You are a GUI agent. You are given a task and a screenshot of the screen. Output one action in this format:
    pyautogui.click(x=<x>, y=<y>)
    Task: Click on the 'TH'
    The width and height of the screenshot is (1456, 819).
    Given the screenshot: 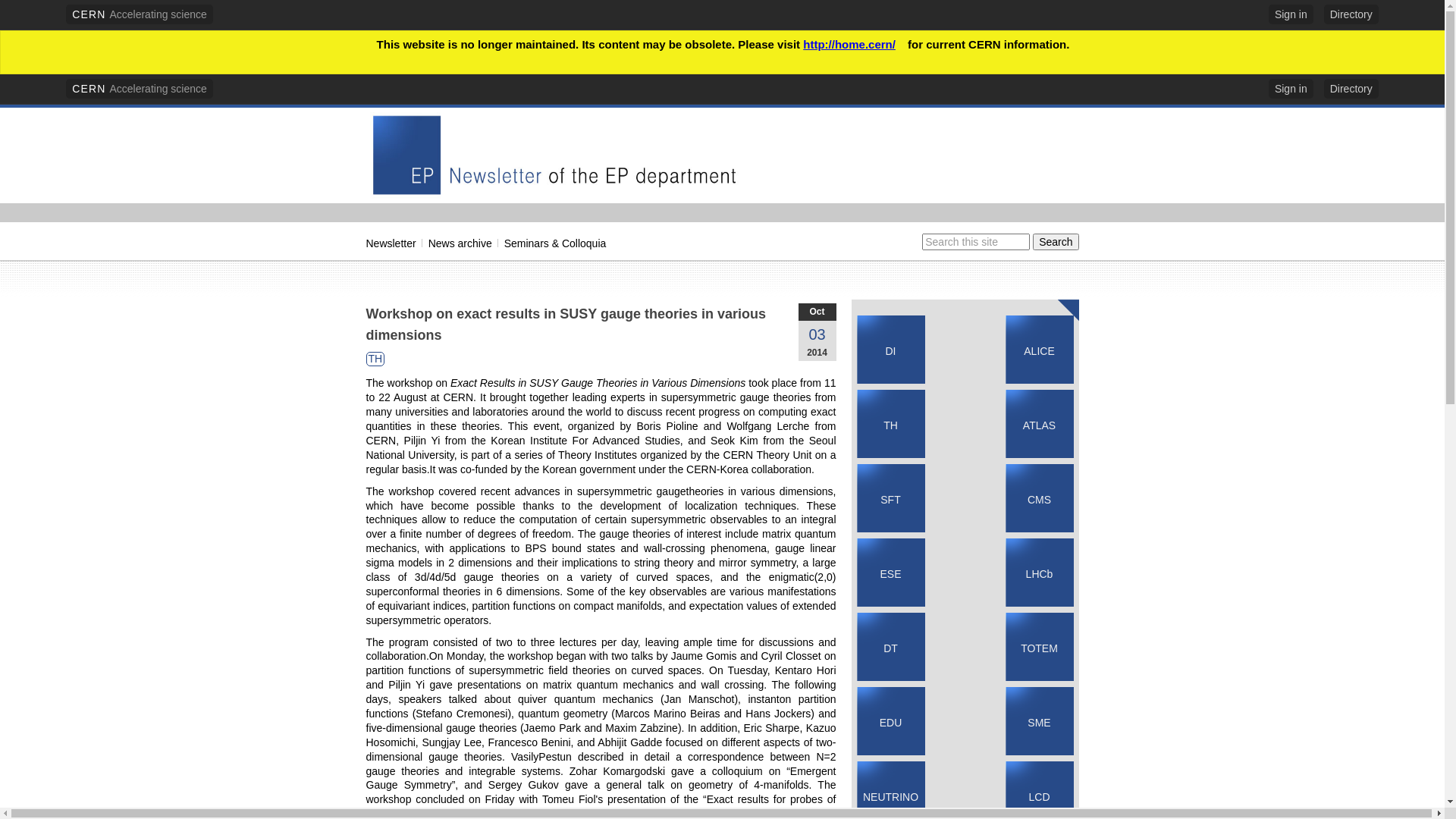 What is the action you would take?
    pyautogui.click(x=368, y=359)
    